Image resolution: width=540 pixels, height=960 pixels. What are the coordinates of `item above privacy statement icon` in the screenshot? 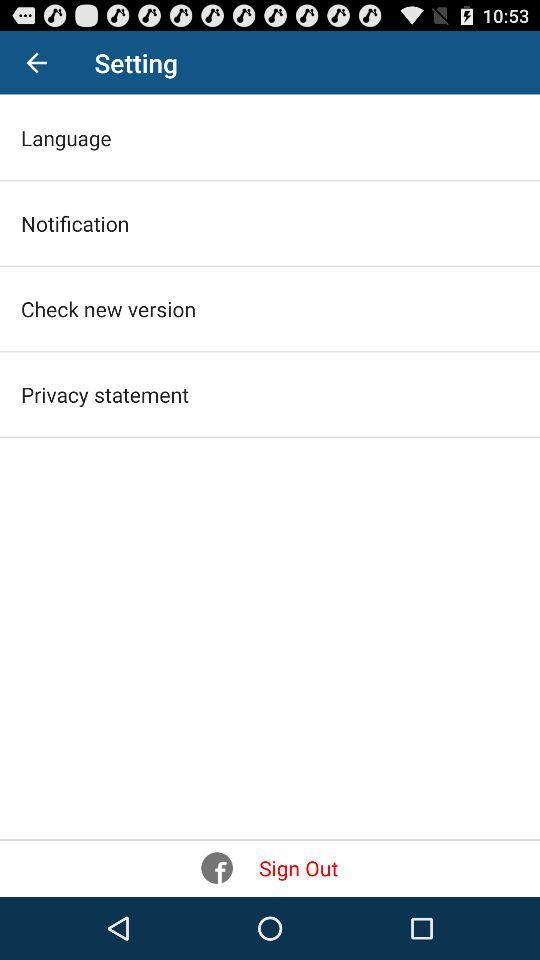 It's located at (108, 309).